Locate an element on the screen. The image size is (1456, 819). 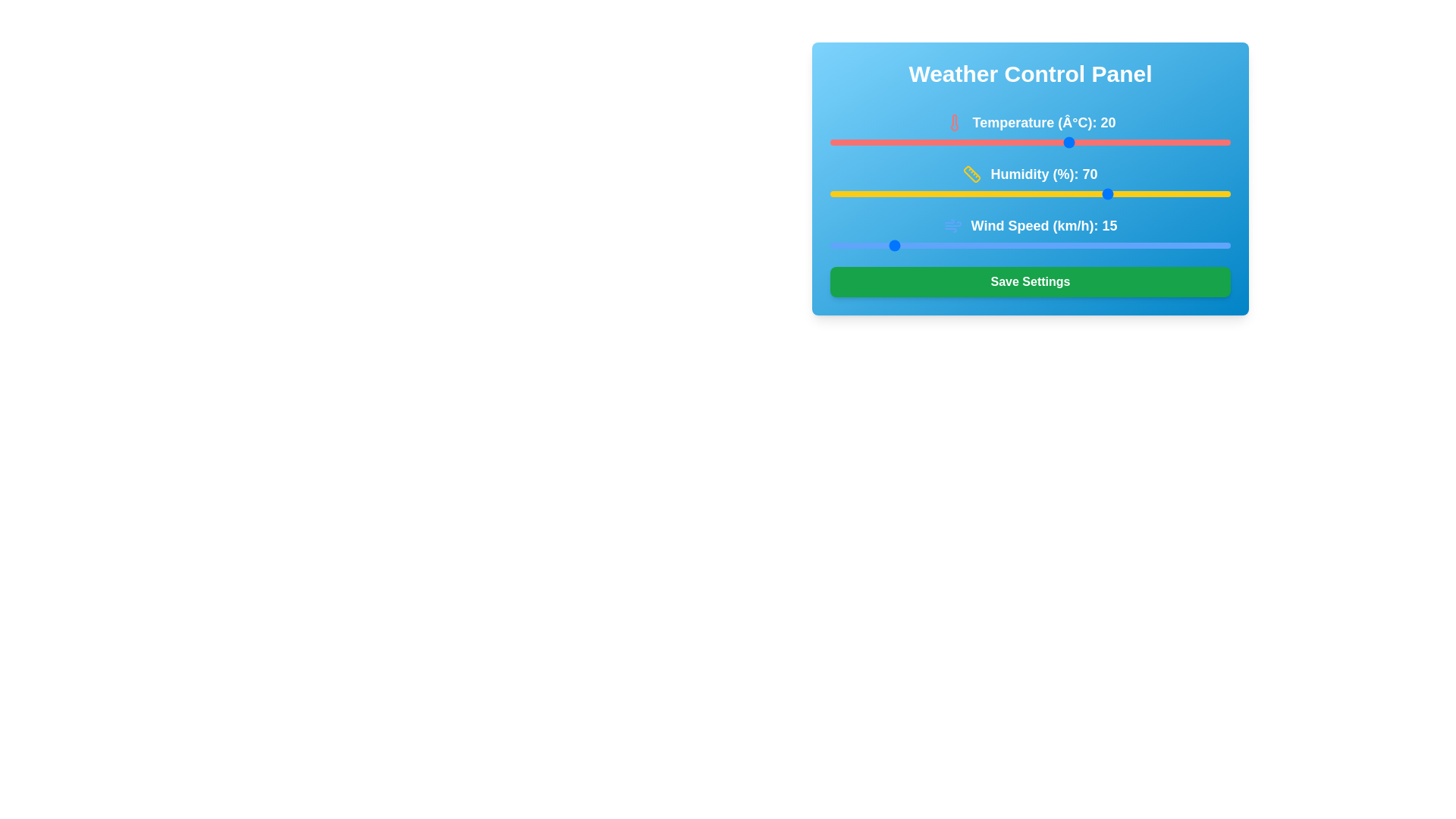
the humidity slider is located at coordinates (1181, 193).